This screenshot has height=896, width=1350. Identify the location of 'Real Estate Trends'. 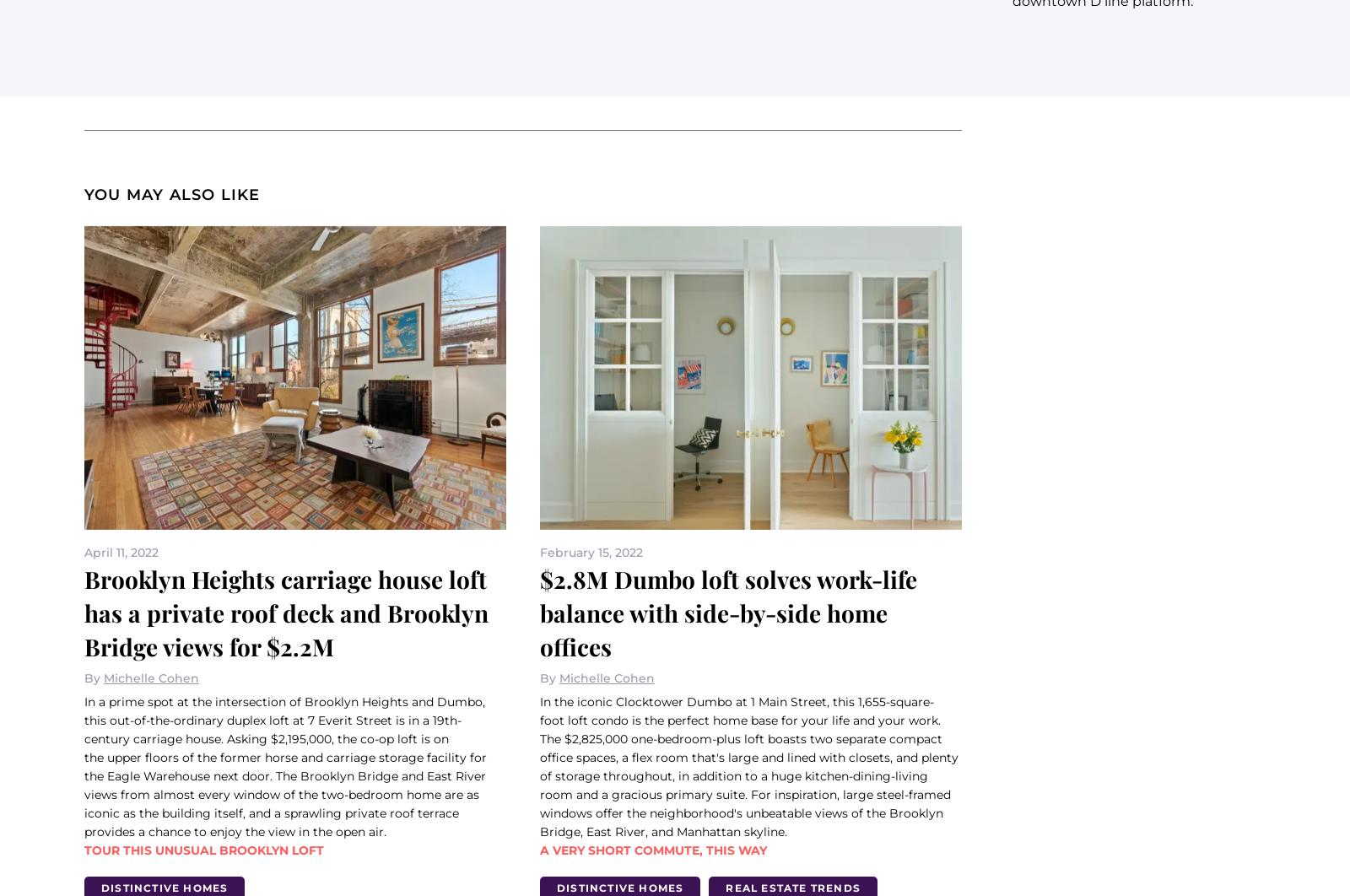
(792, 886).